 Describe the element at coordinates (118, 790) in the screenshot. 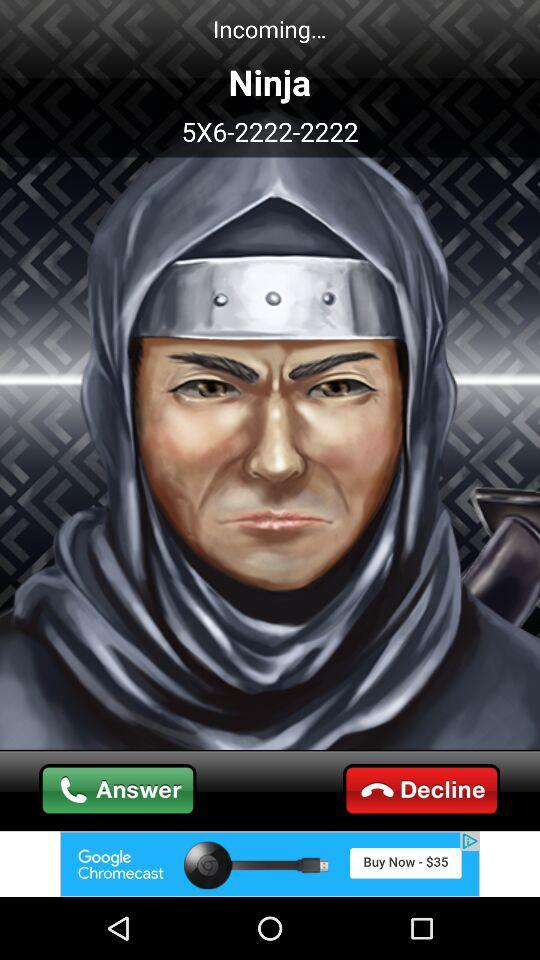

I see `answer phone call` at that location.